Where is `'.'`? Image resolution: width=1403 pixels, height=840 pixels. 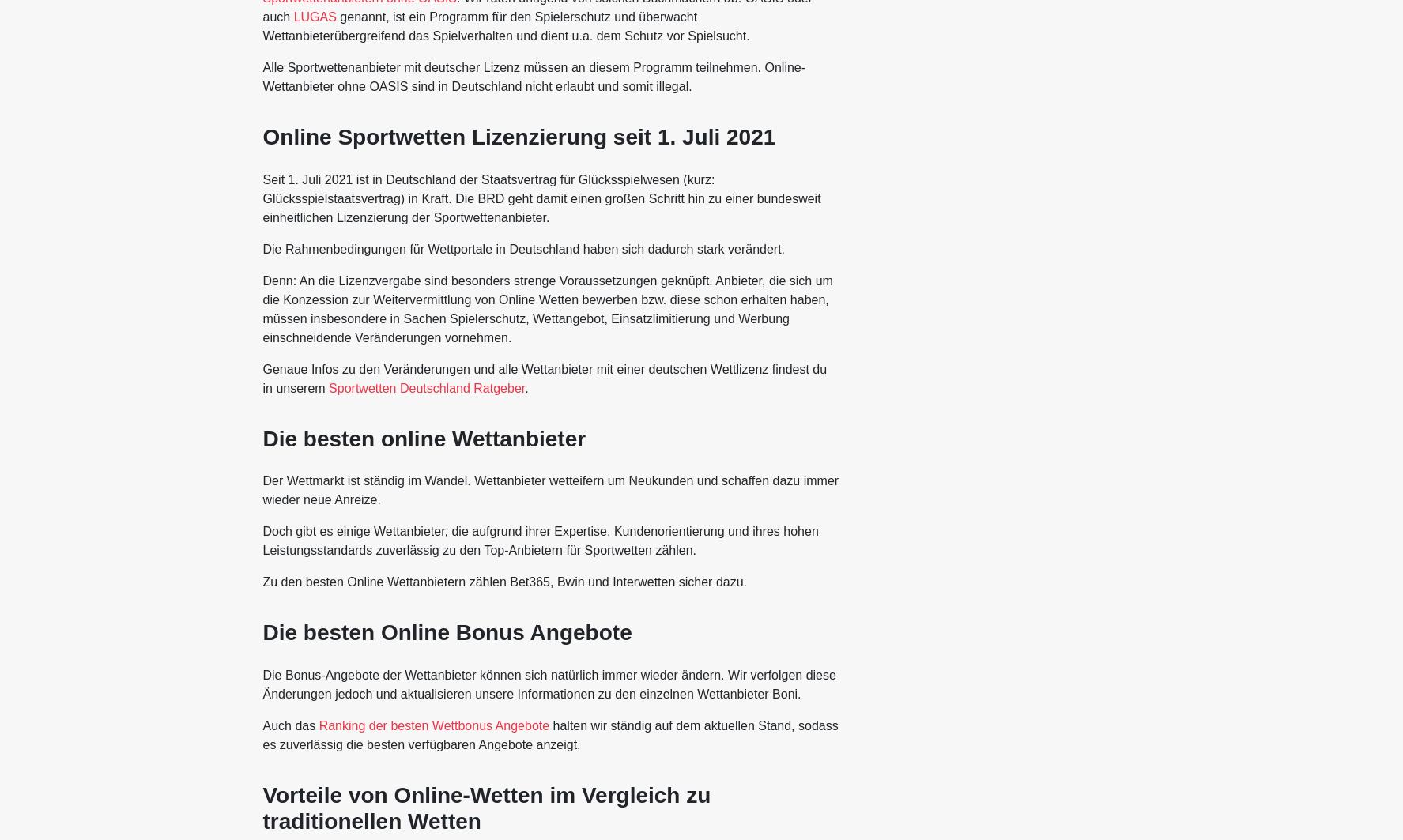
'.' is located at coordinates (525, 387).